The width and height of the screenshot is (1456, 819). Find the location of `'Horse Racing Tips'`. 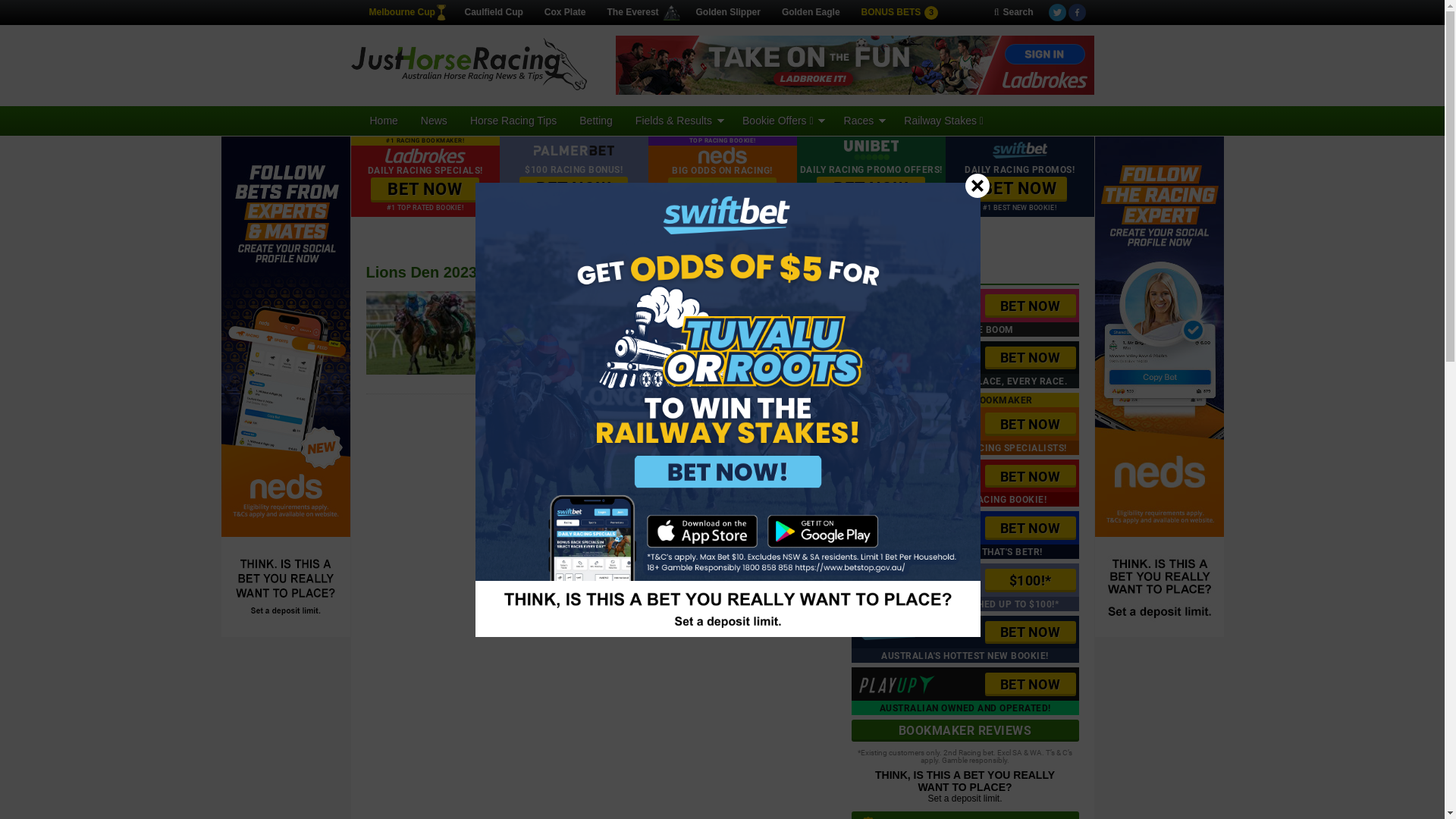

'Horse Racing Tips' is located at coordinates (513, 119).